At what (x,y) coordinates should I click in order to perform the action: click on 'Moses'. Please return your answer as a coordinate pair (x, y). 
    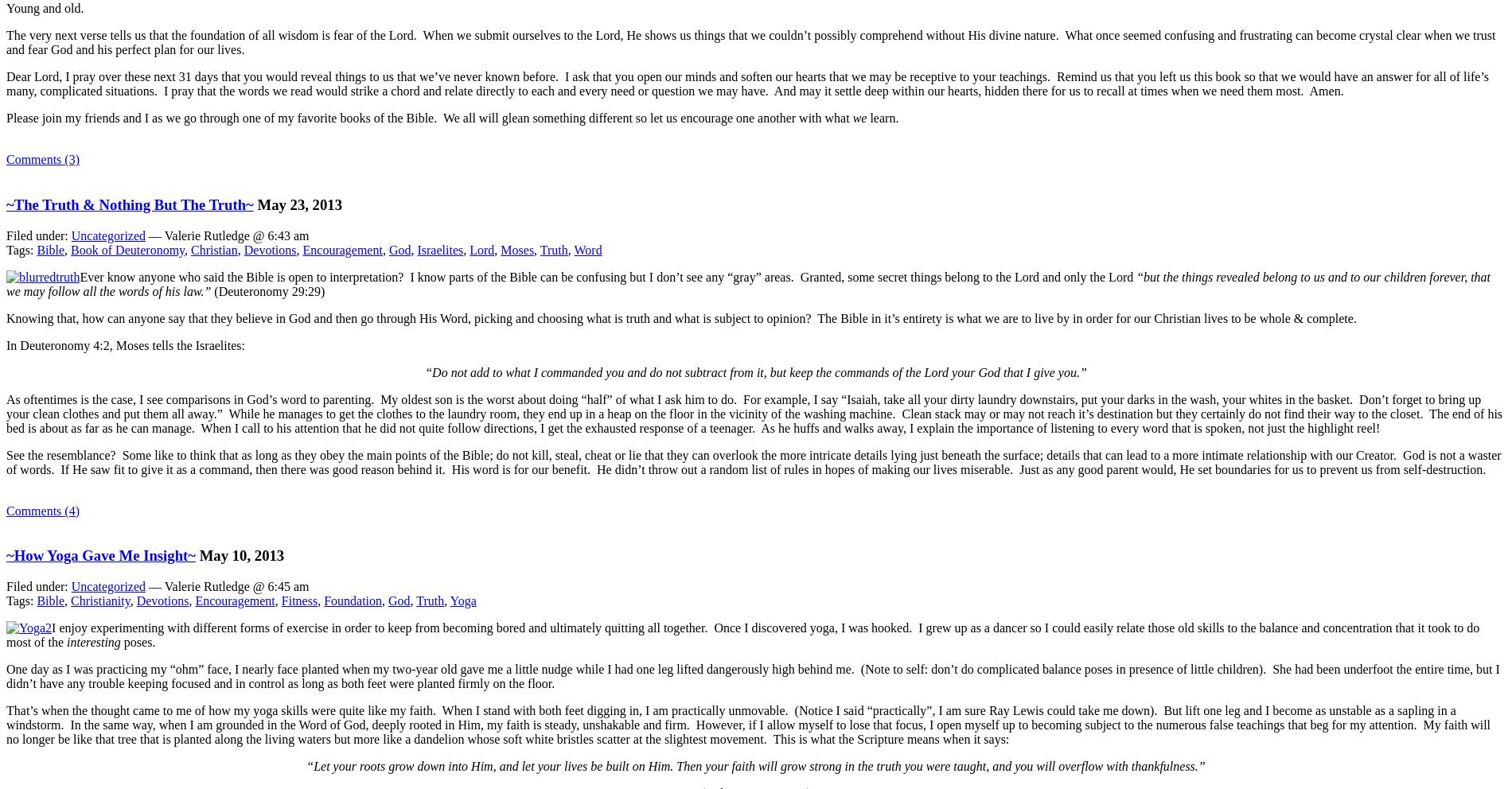
    Looking at the image, I should click on (516, 249).